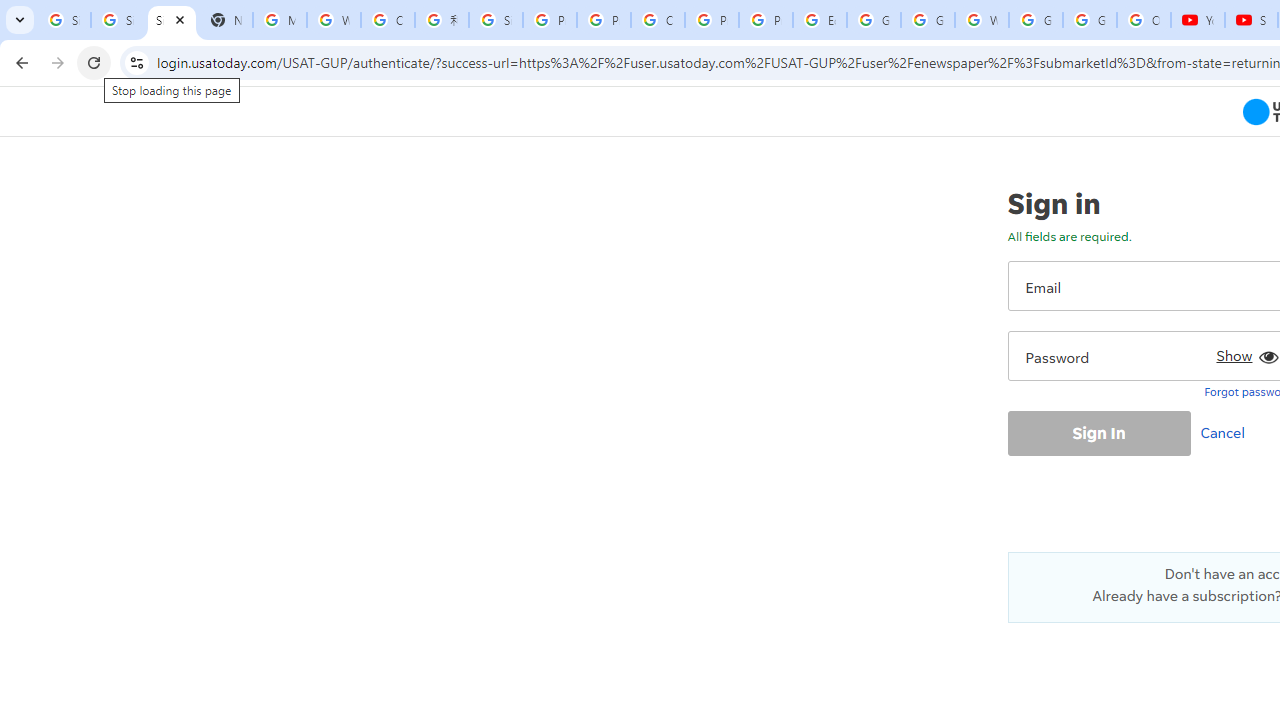  What do you see at coordinates (1243, 351) in the screenshot?
I see `'Show'` at bounding box center [1243, 351].